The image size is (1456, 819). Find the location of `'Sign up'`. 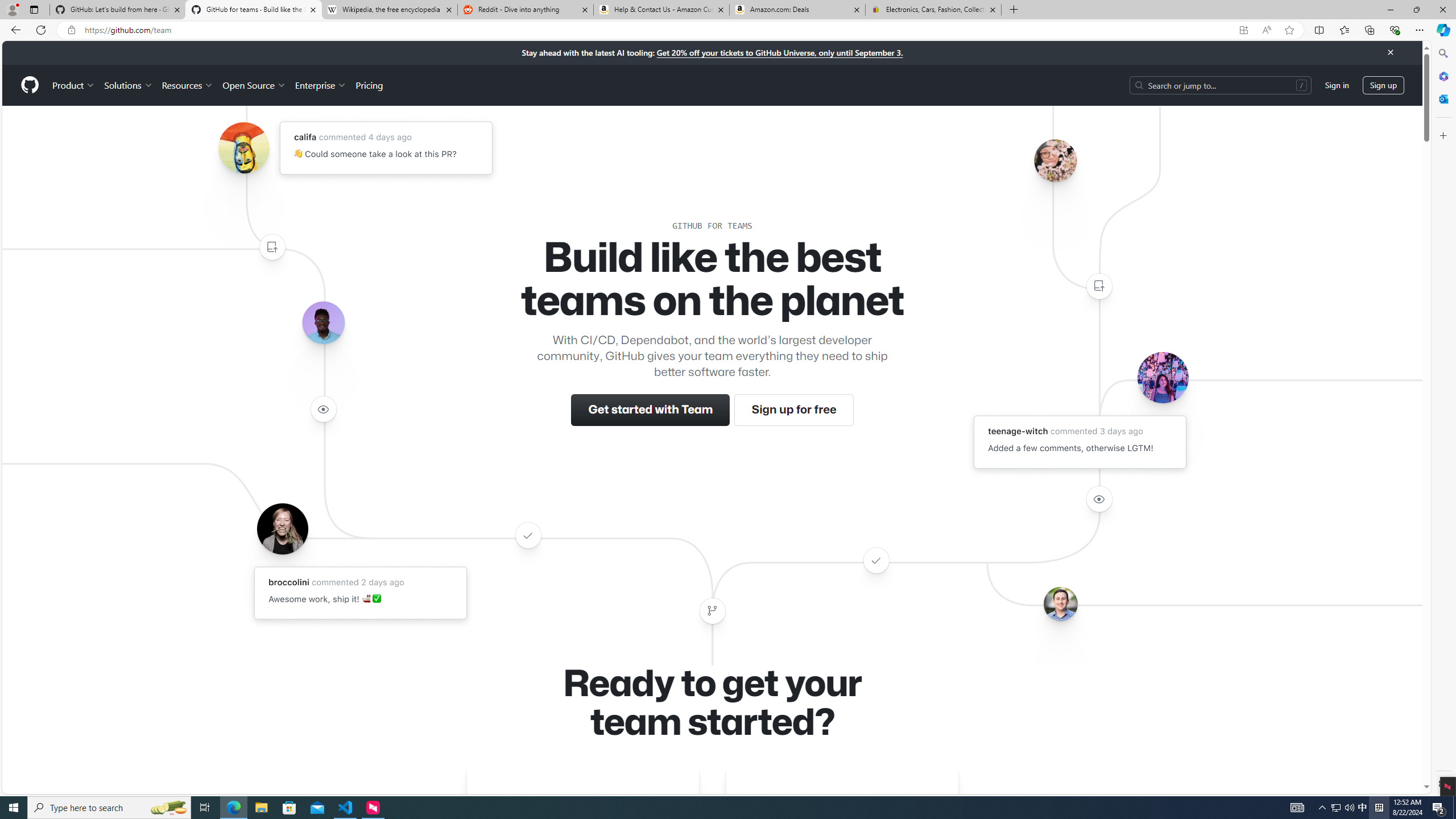

'Sign up' is located at coordinates (1383, 85).